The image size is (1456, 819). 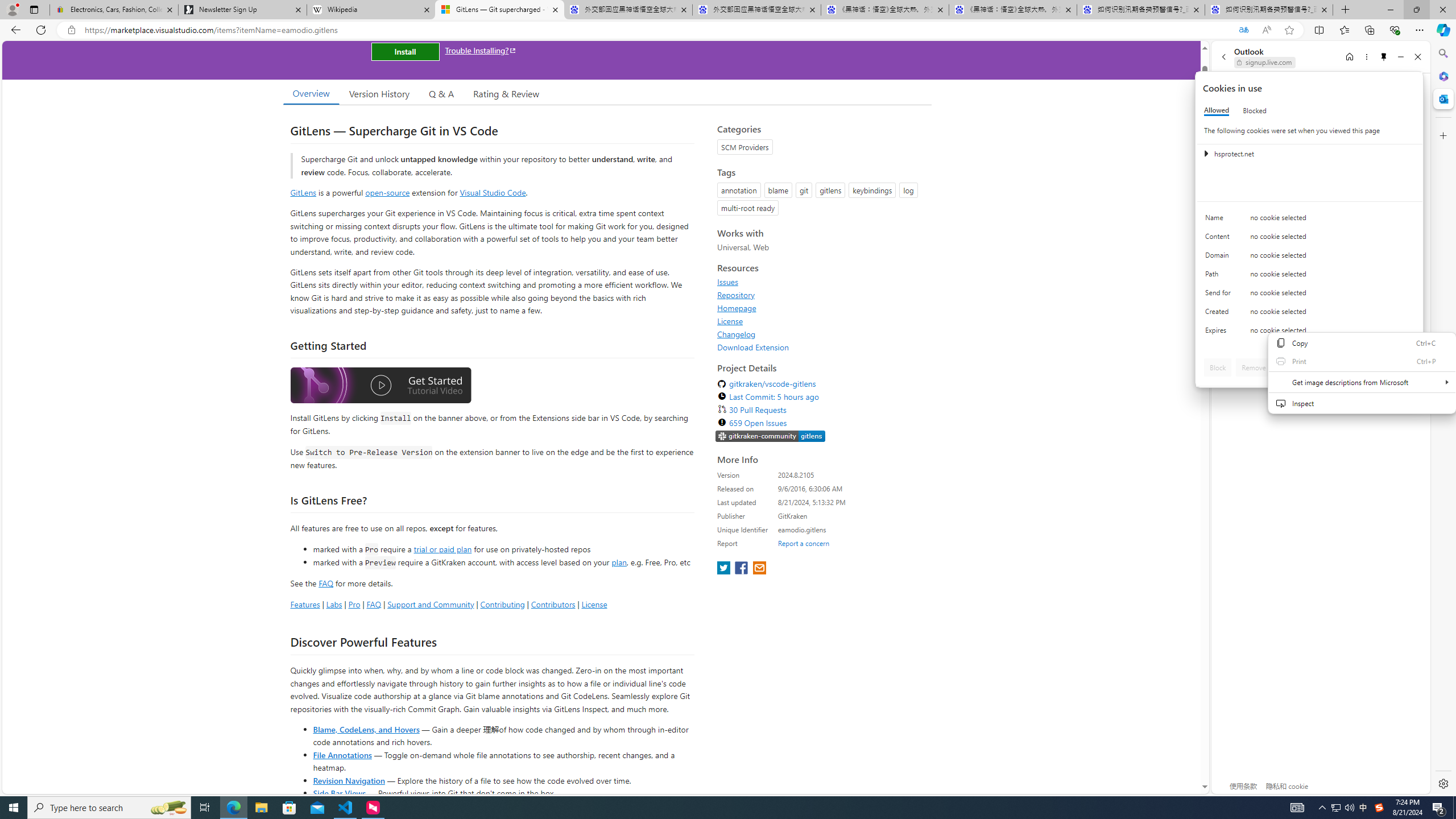 I want to click on 'Inspect', so click(x=1361, y=403).